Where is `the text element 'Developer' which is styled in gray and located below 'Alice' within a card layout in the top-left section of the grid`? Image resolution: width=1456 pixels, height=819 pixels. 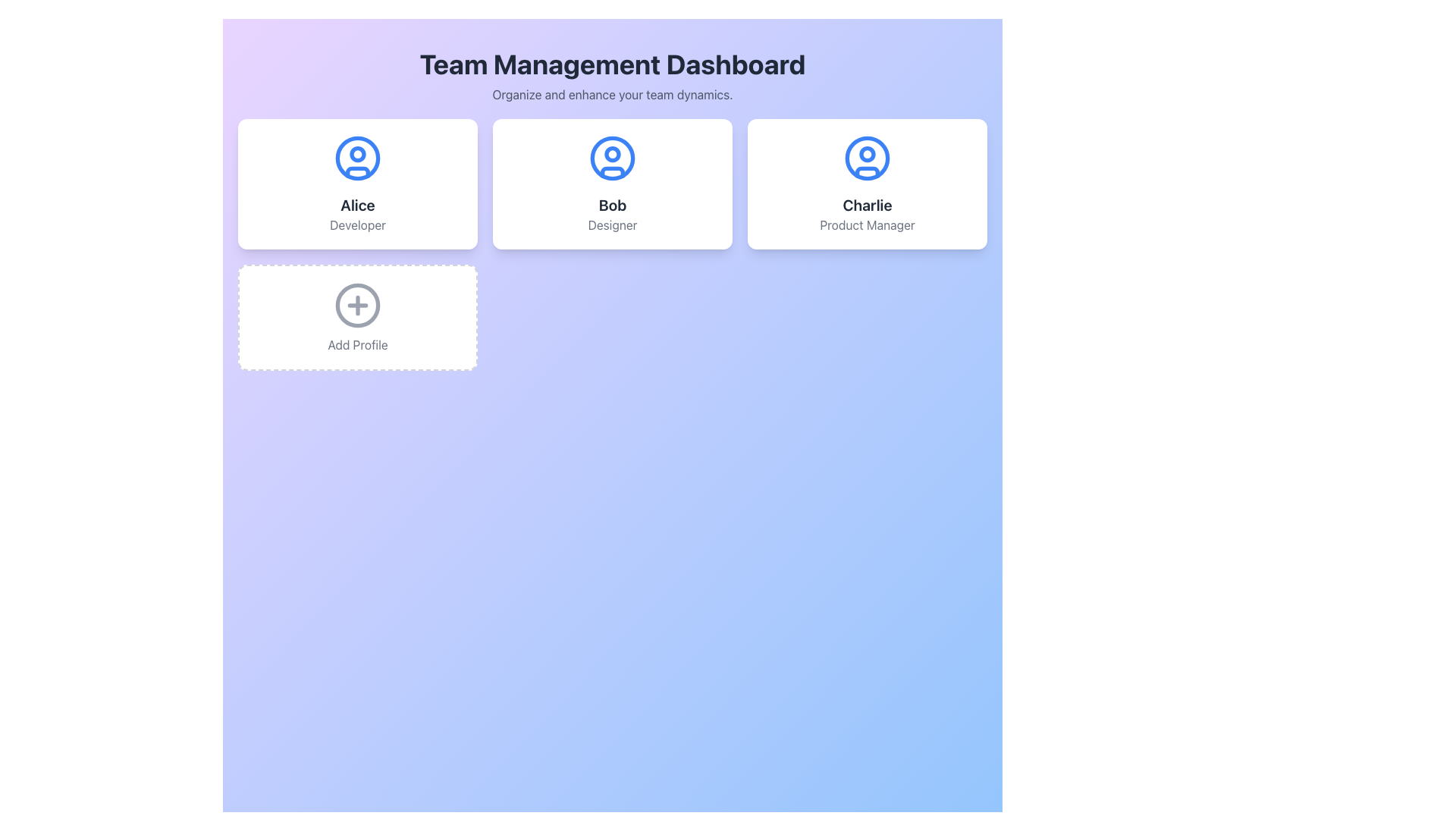
the text element 'Developer' which is styled in gray and located below 'Alice' within a card layout in the top-left section of the grid is located at coordinates (356, 225).